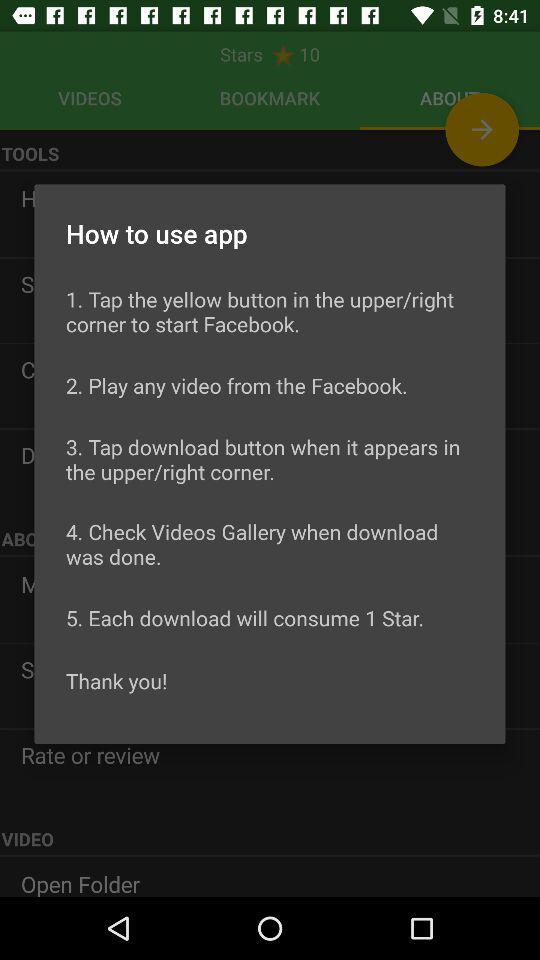 This screenshot has width=540, height=960. I want to click on the 4 check videos icon, so click(270, 544).